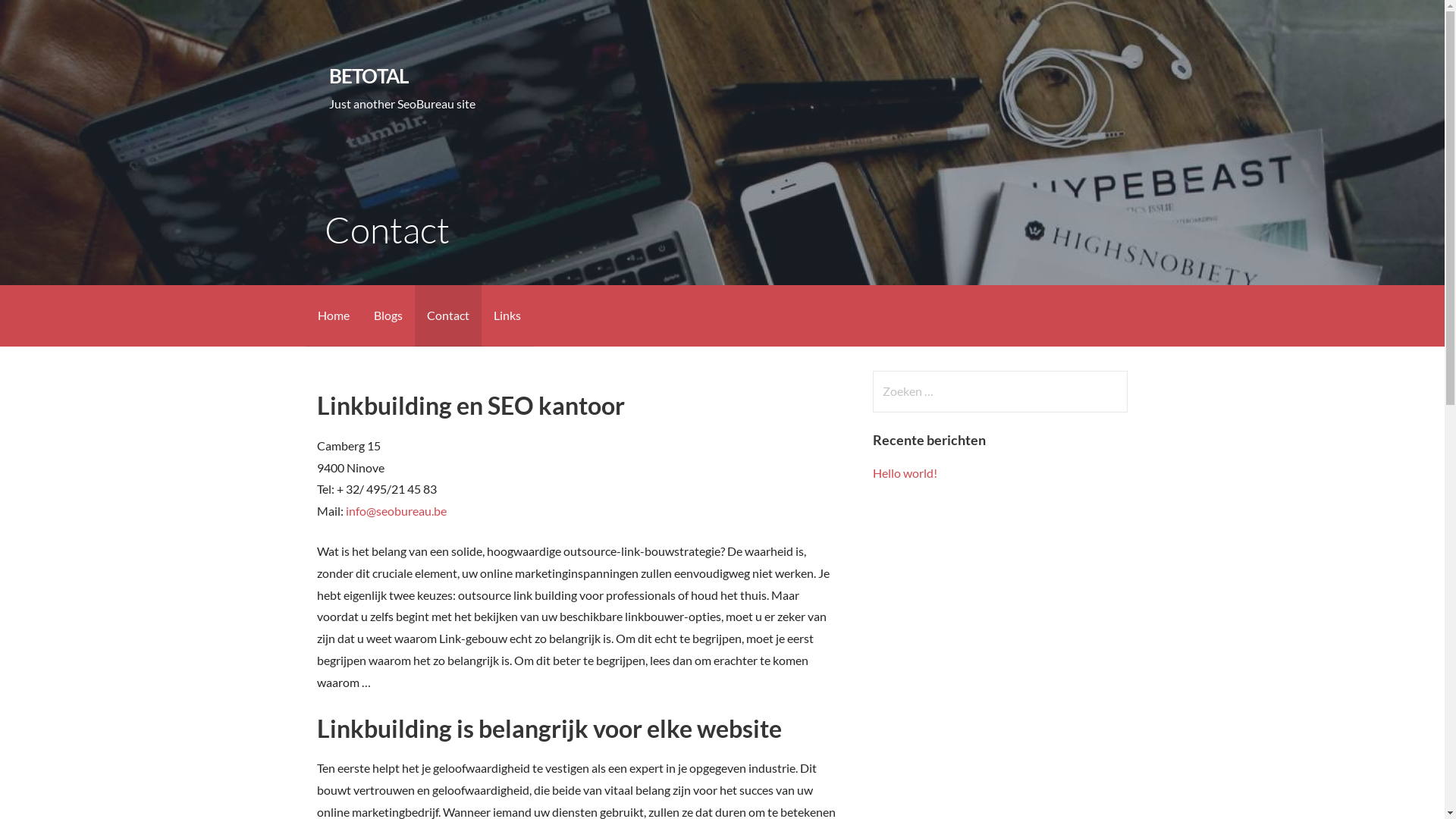  What do you see at coordinates (387, 315) in the screenshot?
I see `'Blogs'` at bounding box center [387, 315].